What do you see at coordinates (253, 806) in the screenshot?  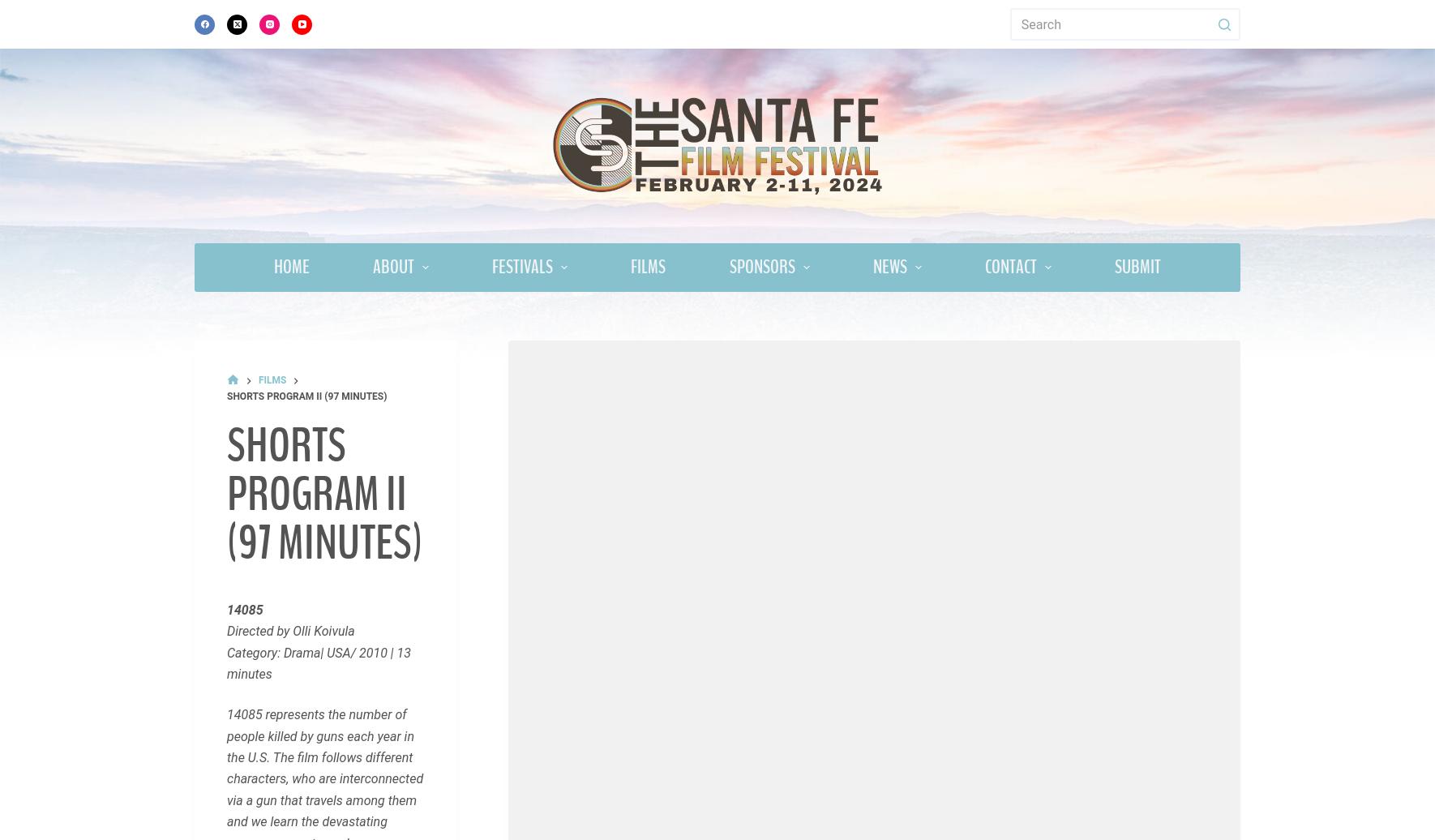 I see `'Name'` at bounding box center [253, 806].